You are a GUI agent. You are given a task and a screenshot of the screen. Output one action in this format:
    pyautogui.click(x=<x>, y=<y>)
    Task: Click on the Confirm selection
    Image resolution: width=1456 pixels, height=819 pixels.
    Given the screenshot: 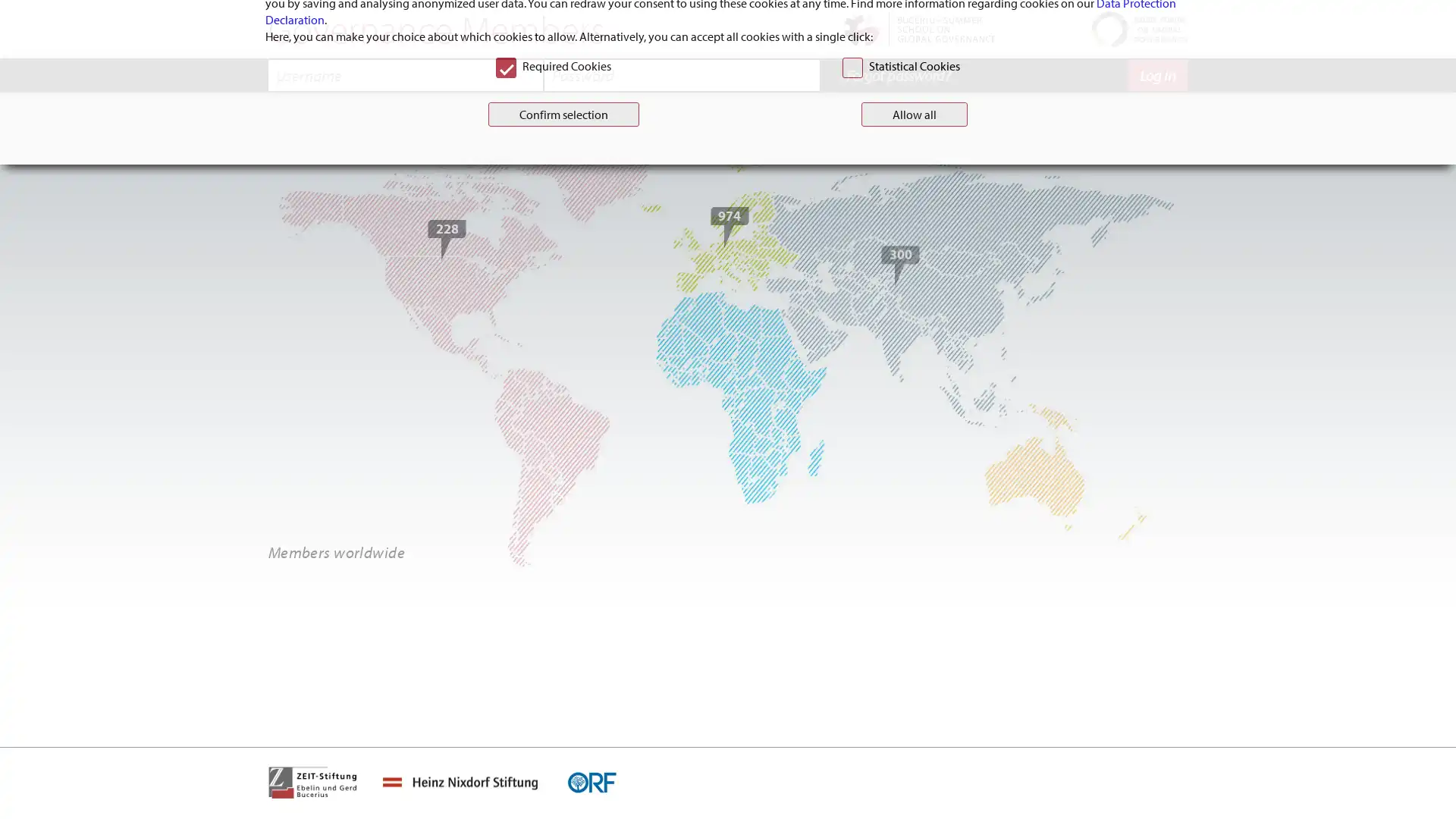 What is the action you would take?
    pyautogui.click(x=562, y=482)
    